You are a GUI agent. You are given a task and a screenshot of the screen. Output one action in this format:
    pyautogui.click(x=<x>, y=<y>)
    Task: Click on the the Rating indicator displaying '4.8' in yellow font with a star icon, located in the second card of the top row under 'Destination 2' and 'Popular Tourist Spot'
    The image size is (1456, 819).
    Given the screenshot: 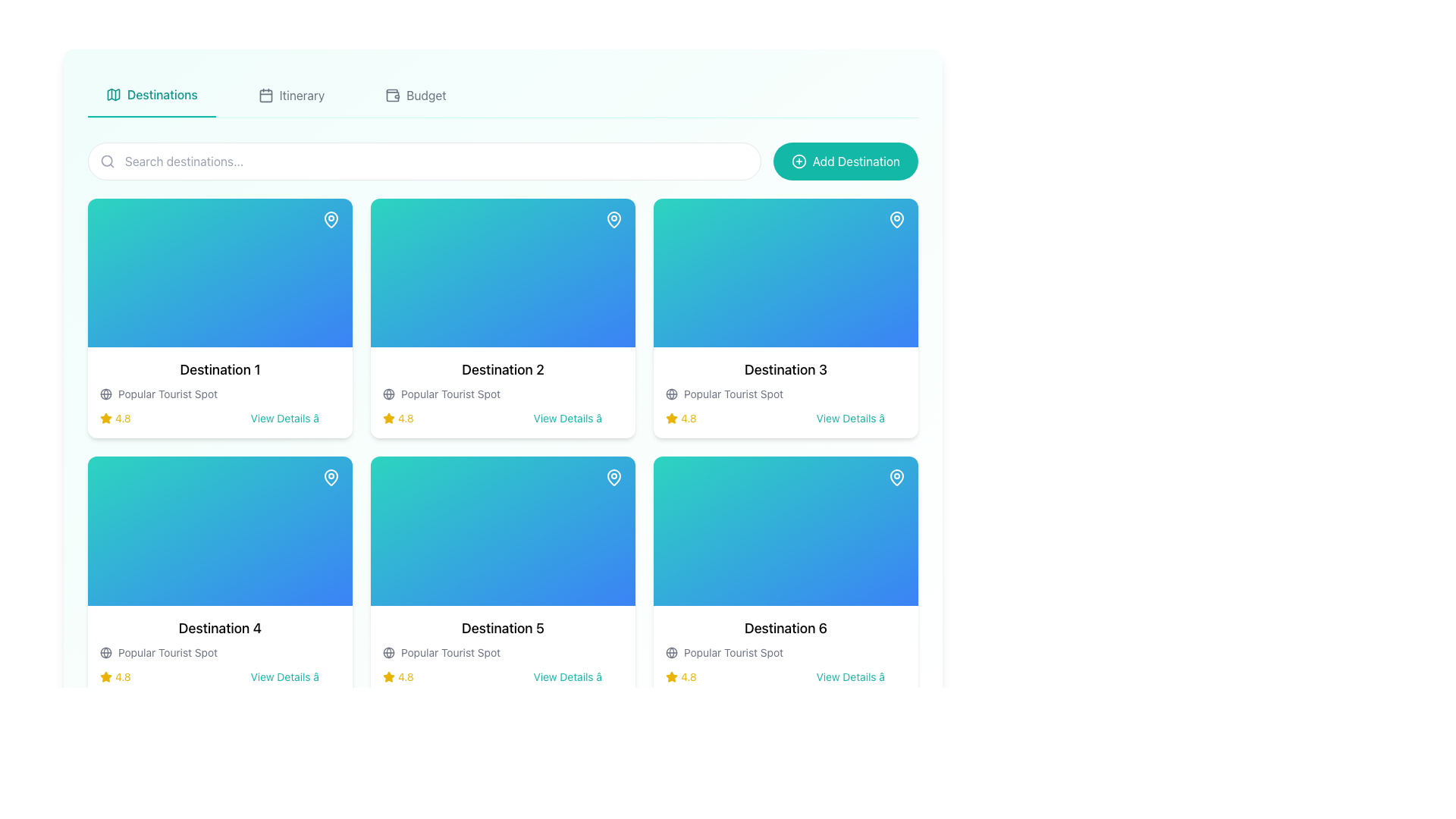 What is the action you would take?
    pyautogui.click(x=398, y=419)
    